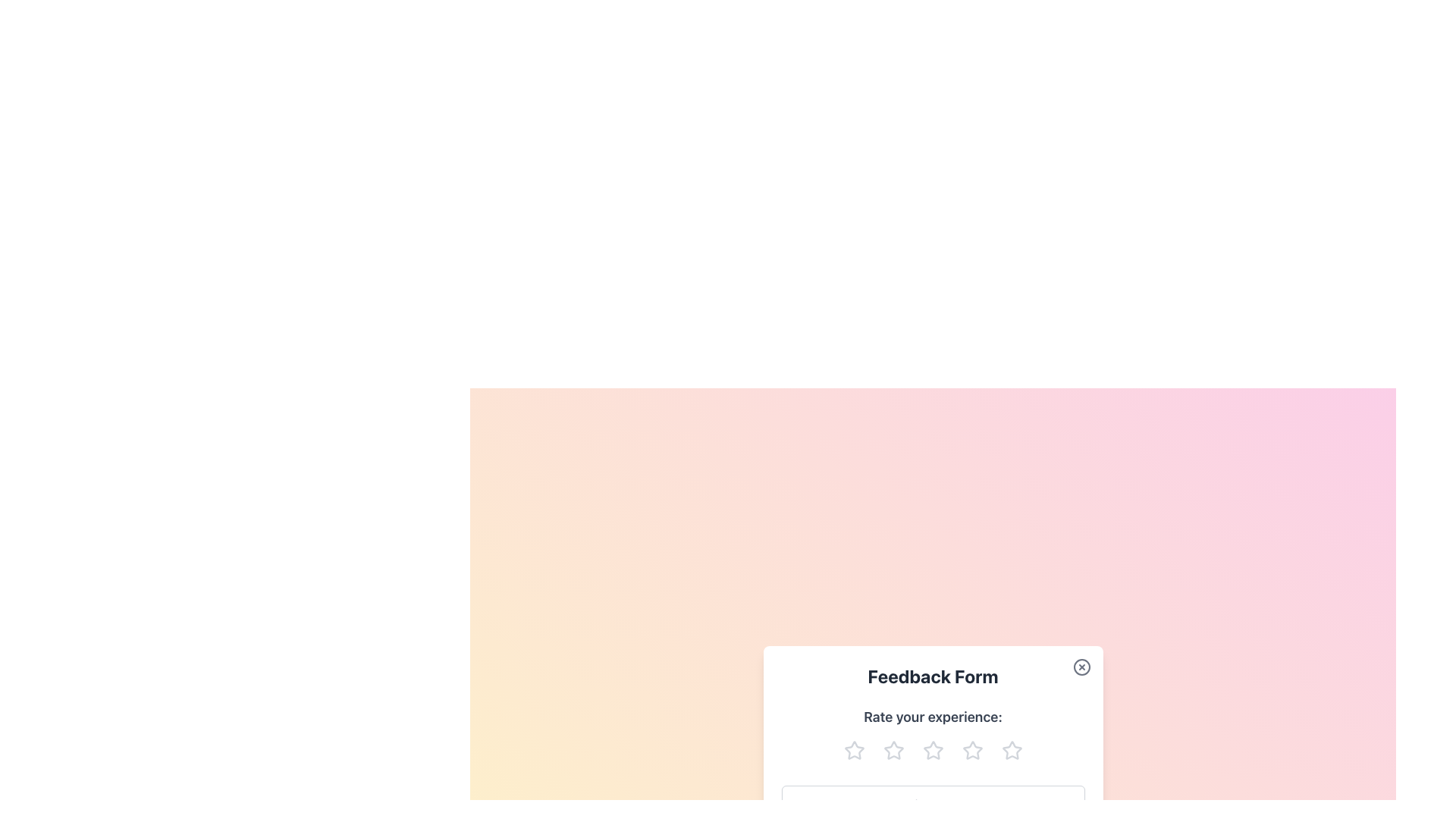 The image size is (1456, 819). I want to click on the circular button with a grey border and centered 'X' icon at the top-right corner of the 'Feedback Form', so click(1081, 666).